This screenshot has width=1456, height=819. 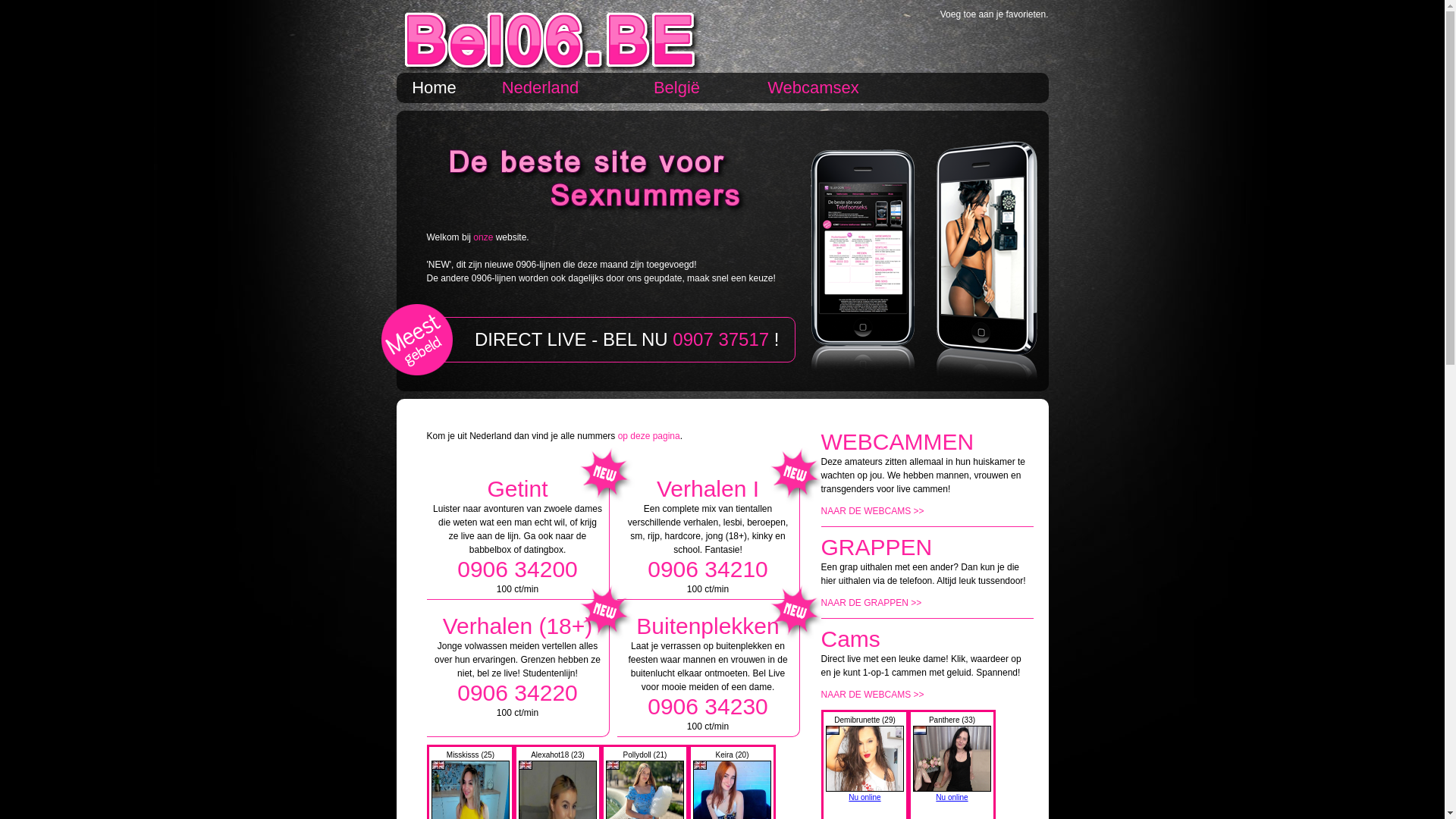 I want to click on '0906 34210', so click(x=707, y=569).